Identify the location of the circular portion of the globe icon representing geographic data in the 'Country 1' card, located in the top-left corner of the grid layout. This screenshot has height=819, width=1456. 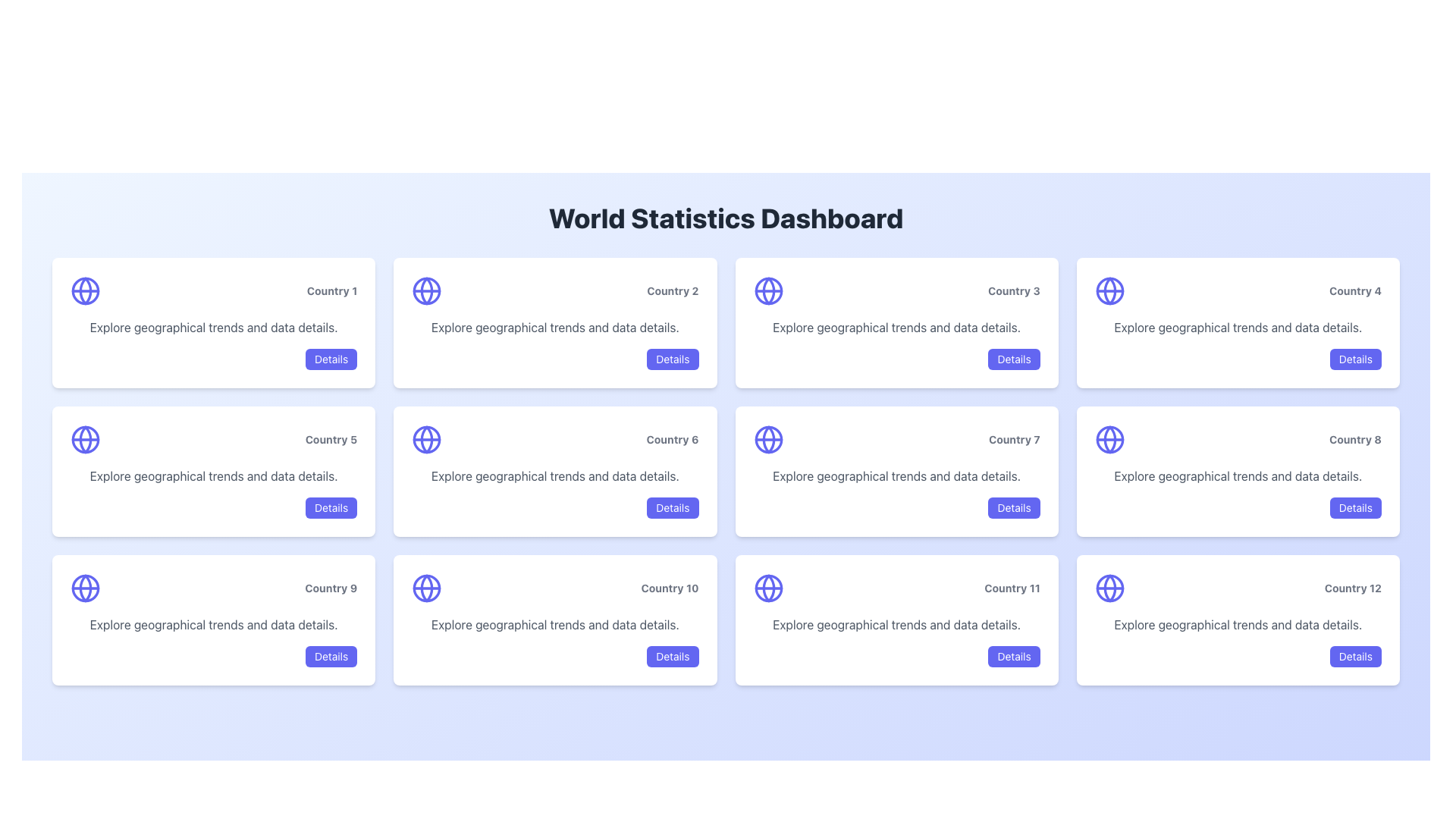
(85, 291).